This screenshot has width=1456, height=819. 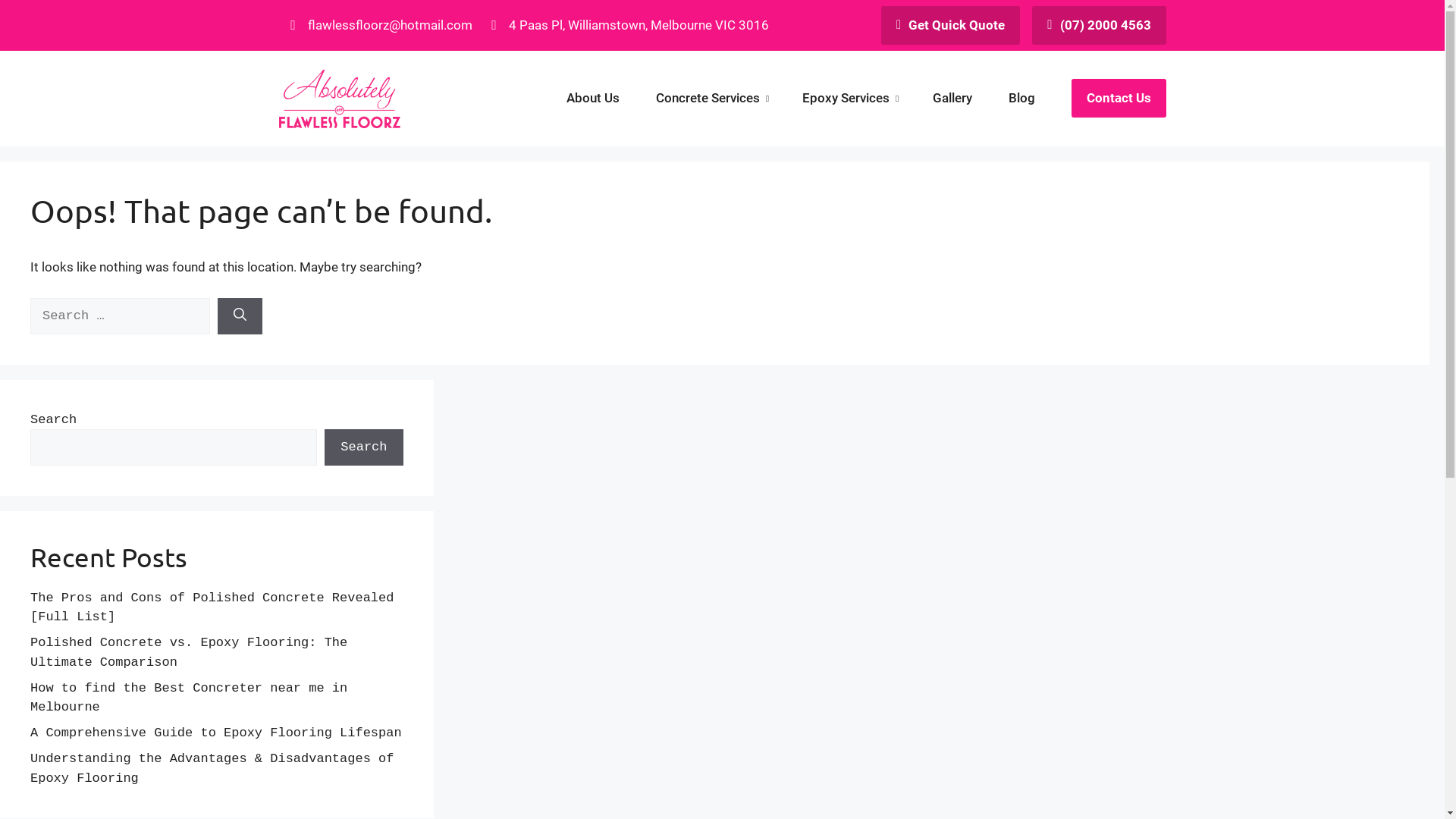 What do you see at coordinates (1031, 25) in the screenshot?
I see `'(07) 2000 4563'` at bounding box center [1031, 25].